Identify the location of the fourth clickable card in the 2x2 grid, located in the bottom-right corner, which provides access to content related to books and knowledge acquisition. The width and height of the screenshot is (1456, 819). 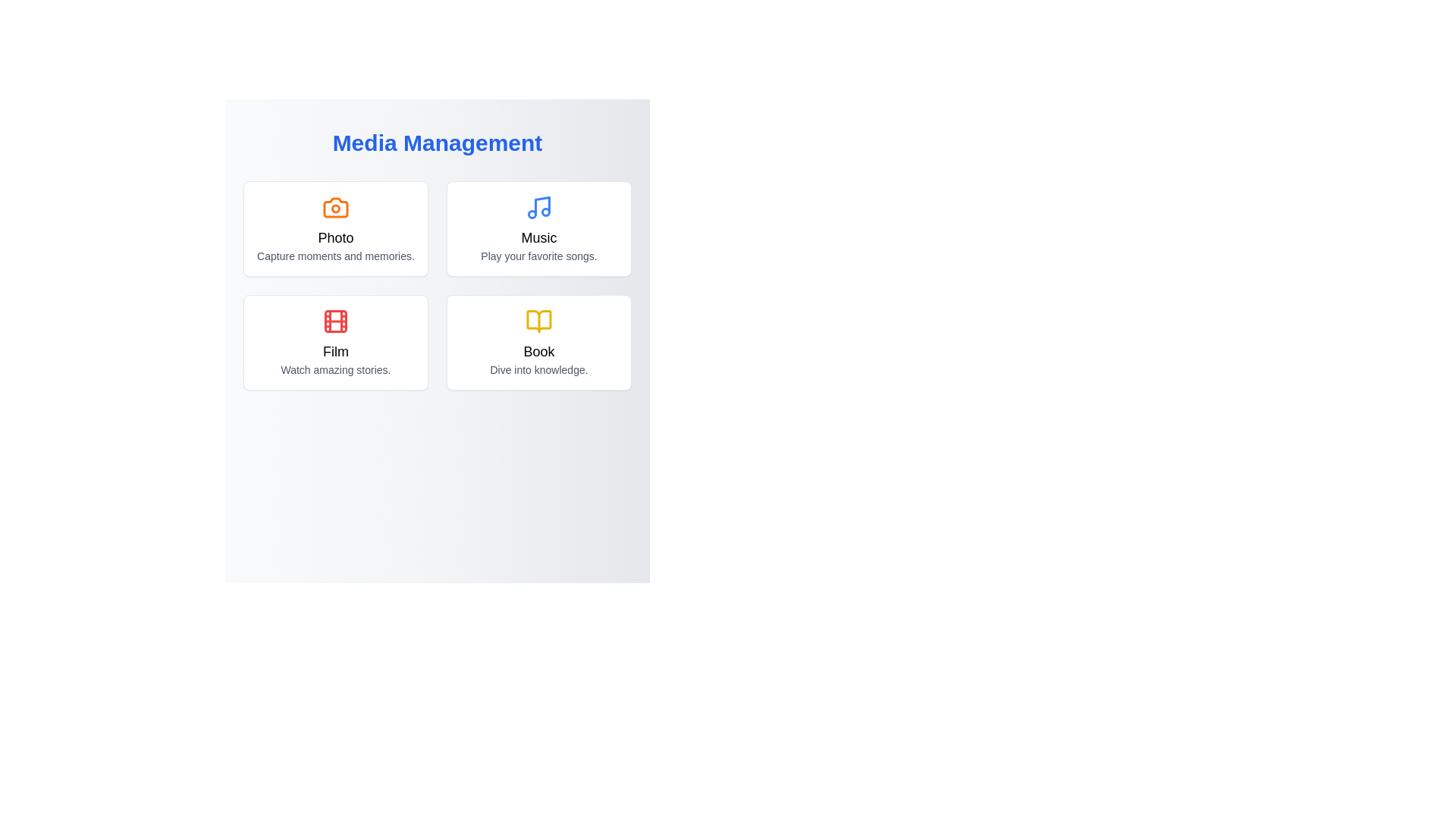
(538, 342).